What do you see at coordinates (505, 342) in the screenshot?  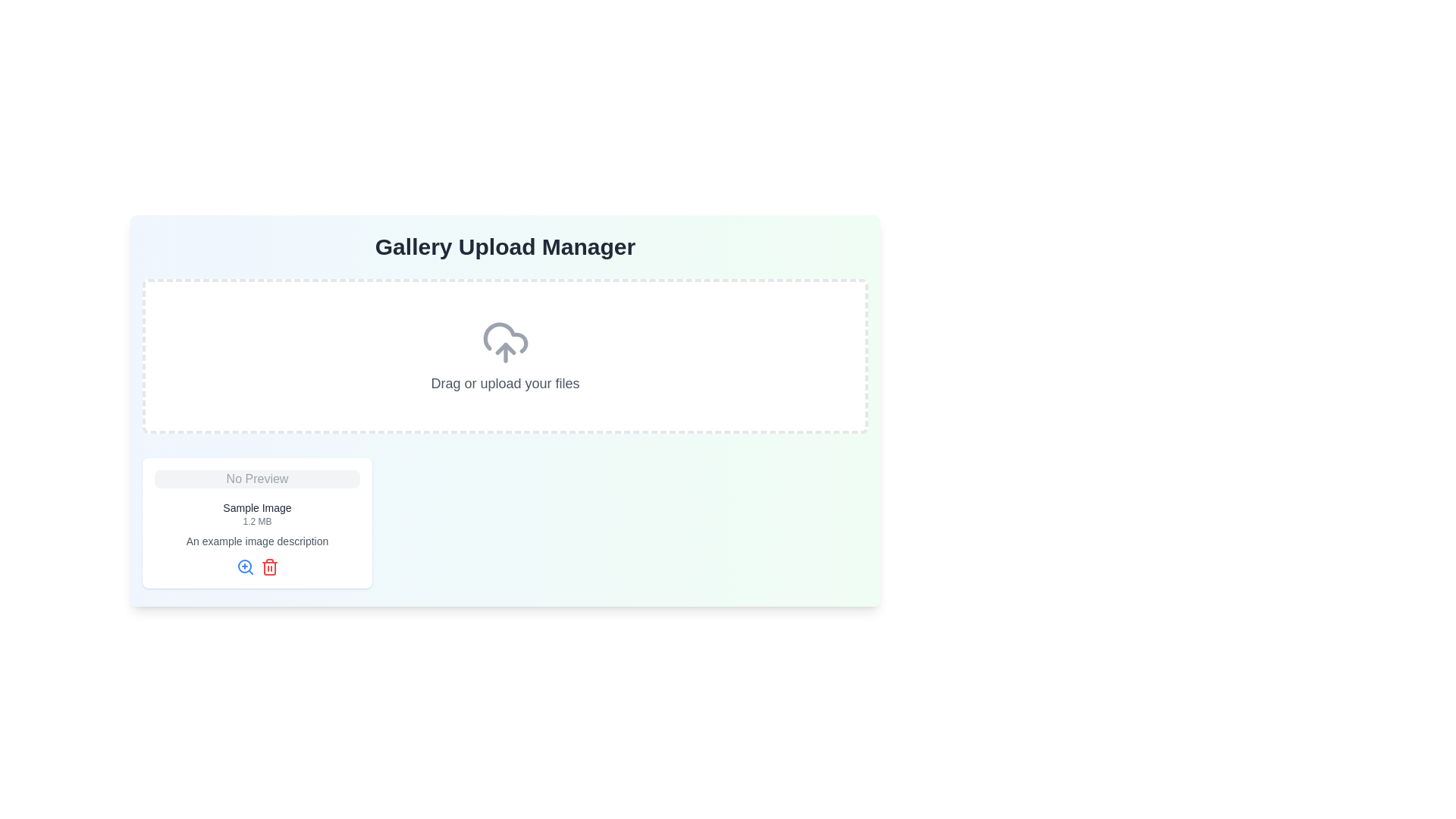 I see `the upload icon which visually represents the function of uploading files, as indicated by its placement within a dashed rectangular area with the text 'Drag or upload your files' underneath` at bounding box center [505, 342].